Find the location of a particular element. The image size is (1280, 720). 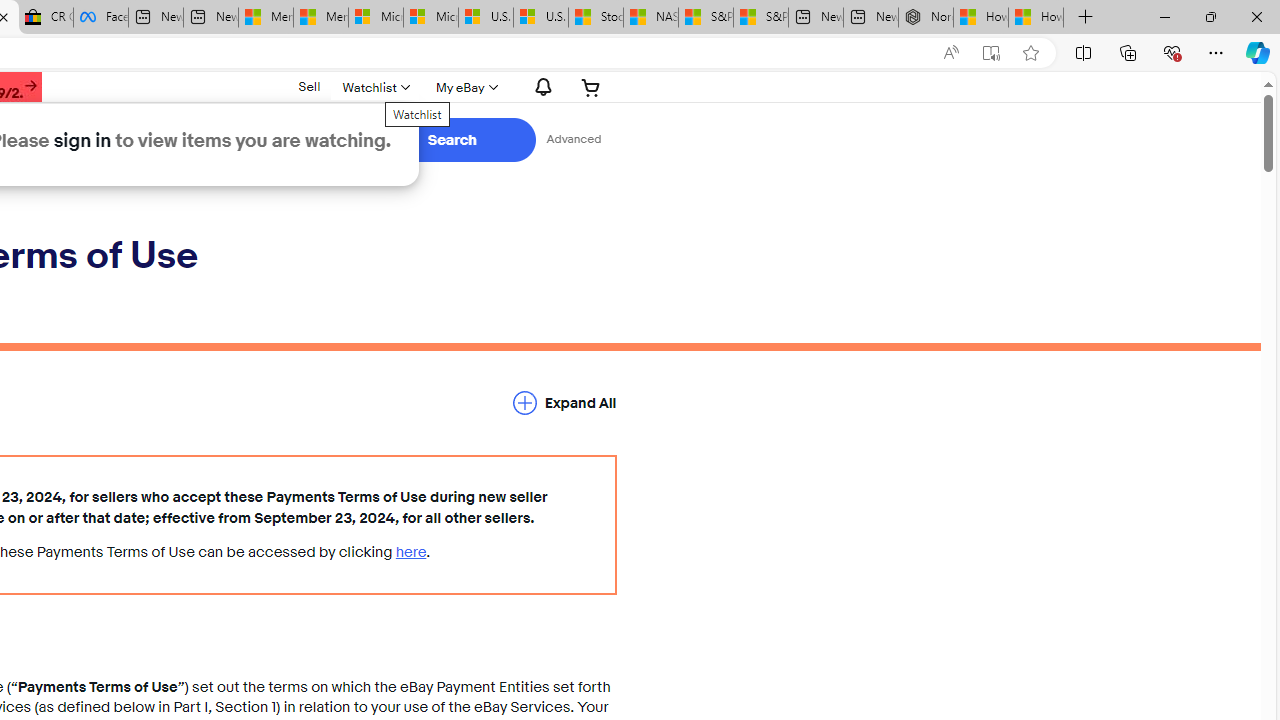

'Your shopping cart' is located at coordinates (590, 86).